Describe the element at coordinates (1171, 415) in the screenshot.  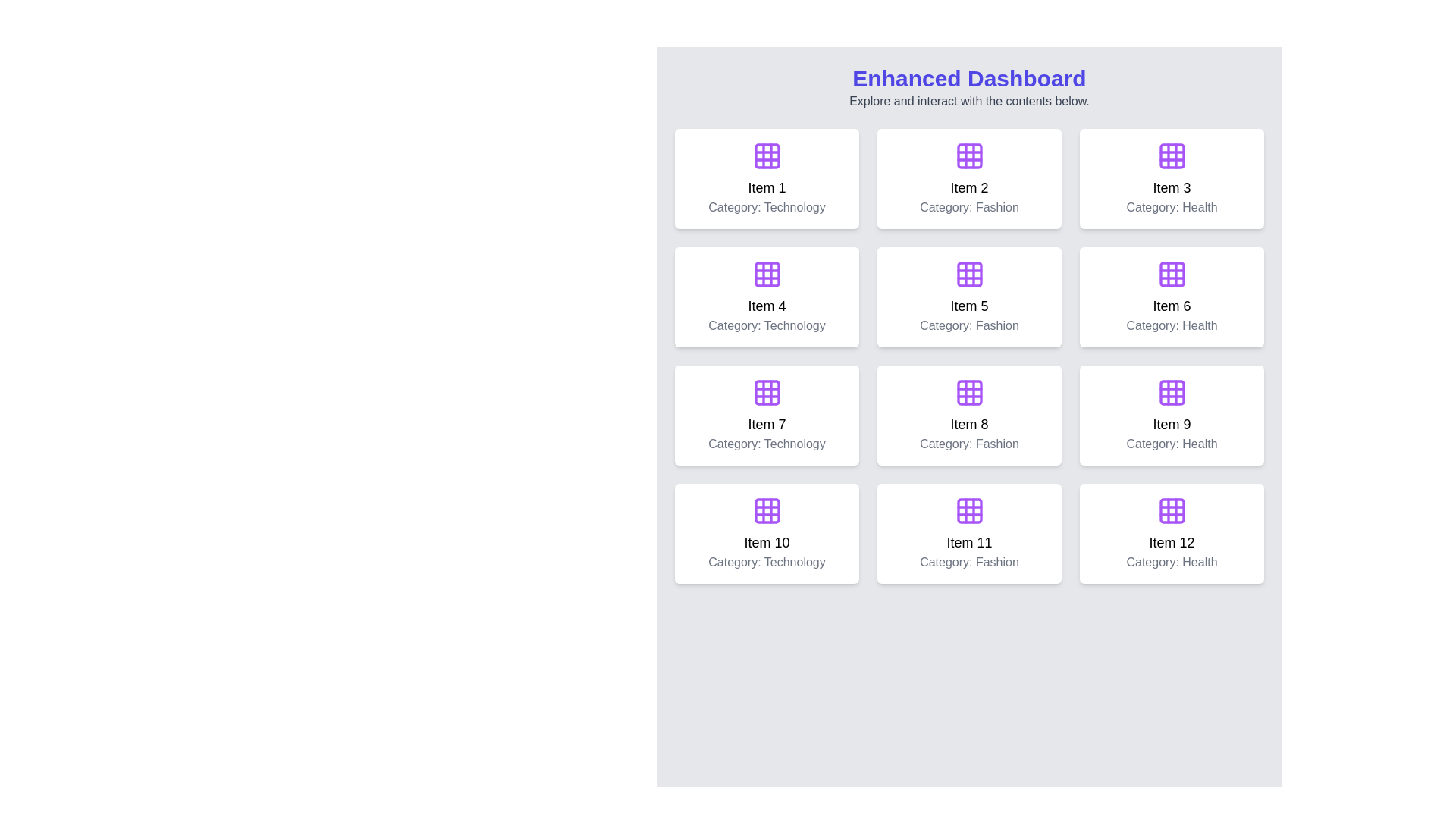
I see `the card with a white background, rounded corners, and a purple grid icon at the top center, which contains the text 'Item 9' and 'Category: Health'` at that location.